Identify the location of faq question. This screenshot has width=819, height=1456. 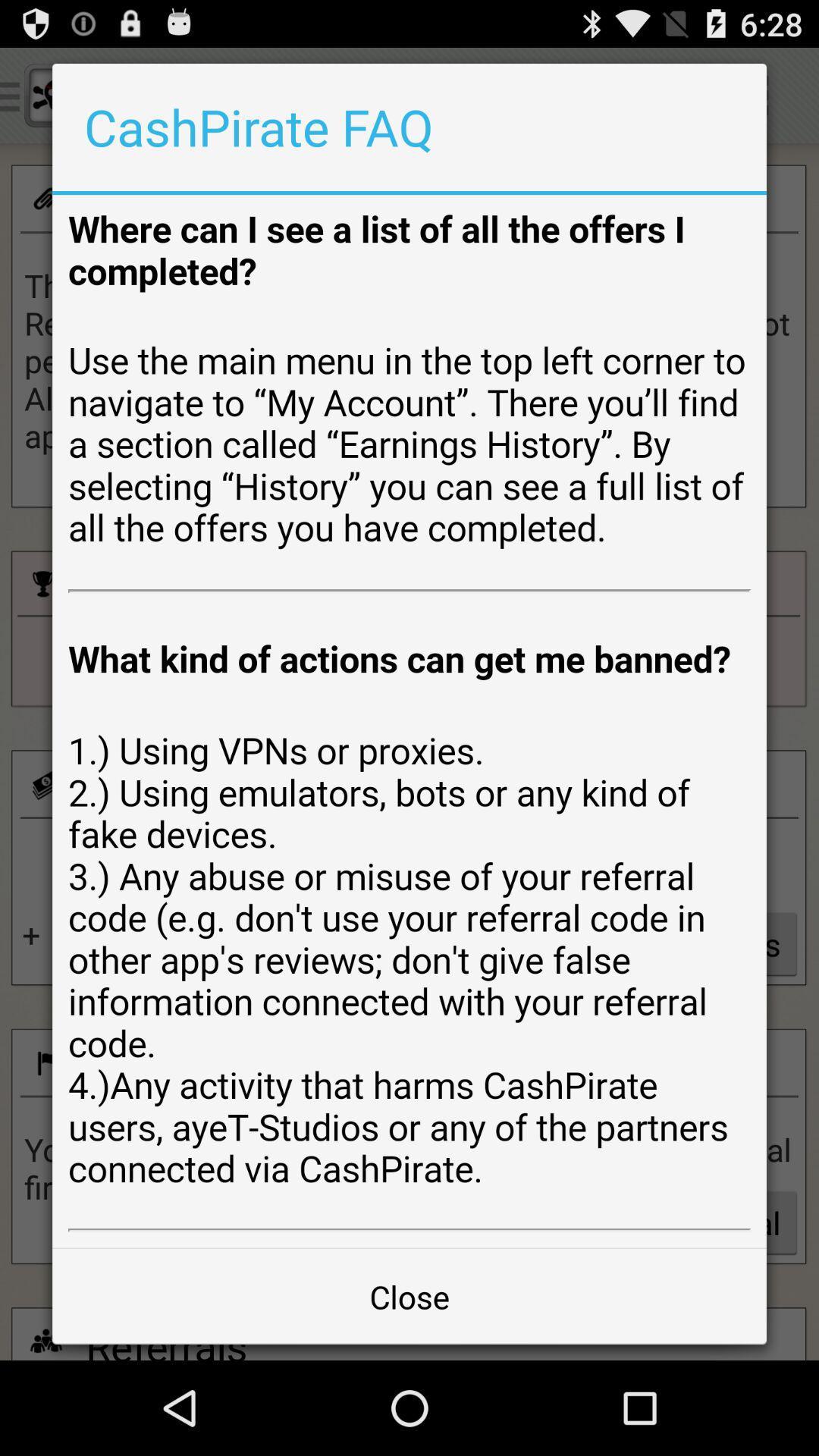
(409, 720).